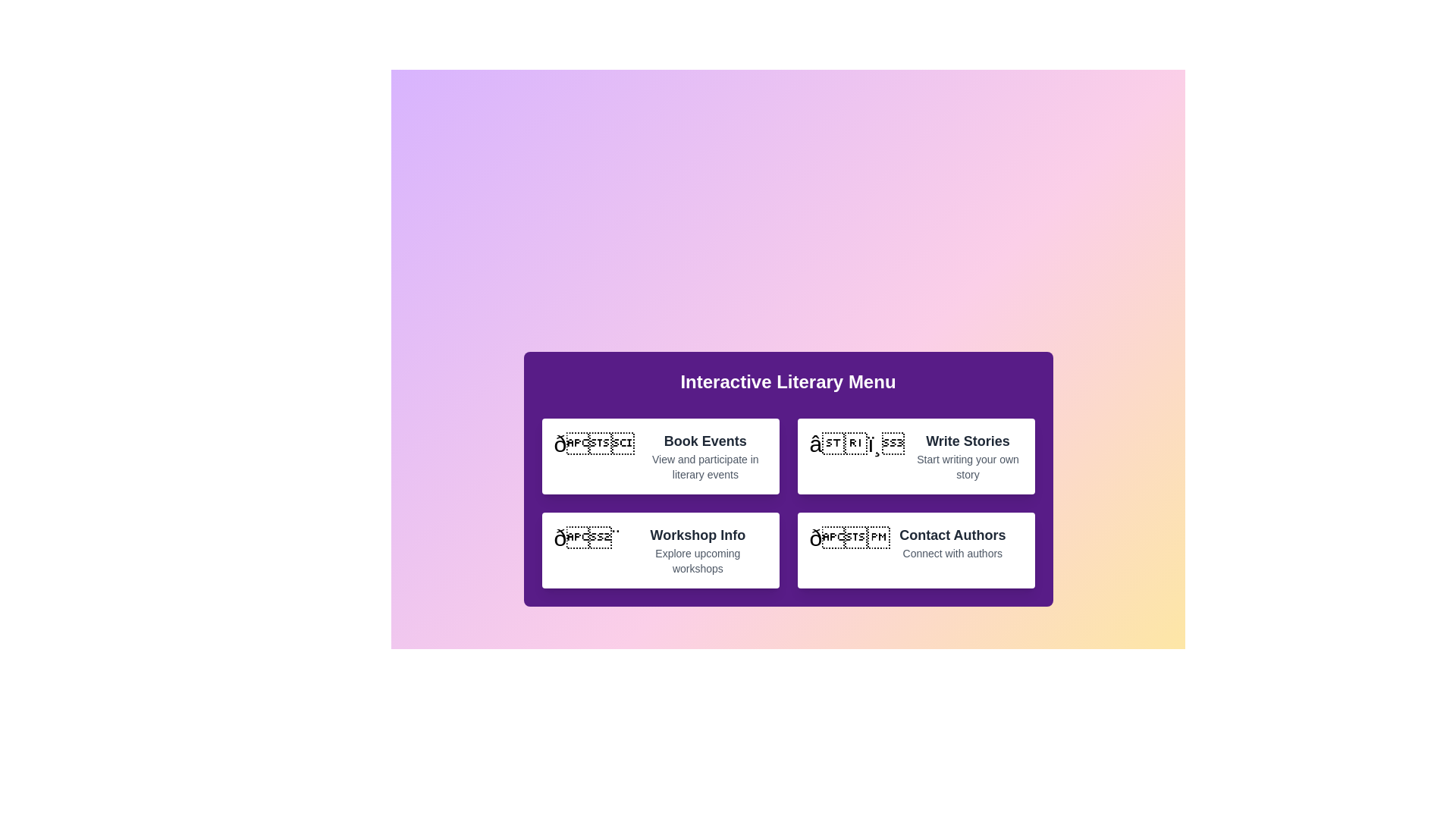  I want to click on the menu item corresponding to Write Stories, so click(915, 455).